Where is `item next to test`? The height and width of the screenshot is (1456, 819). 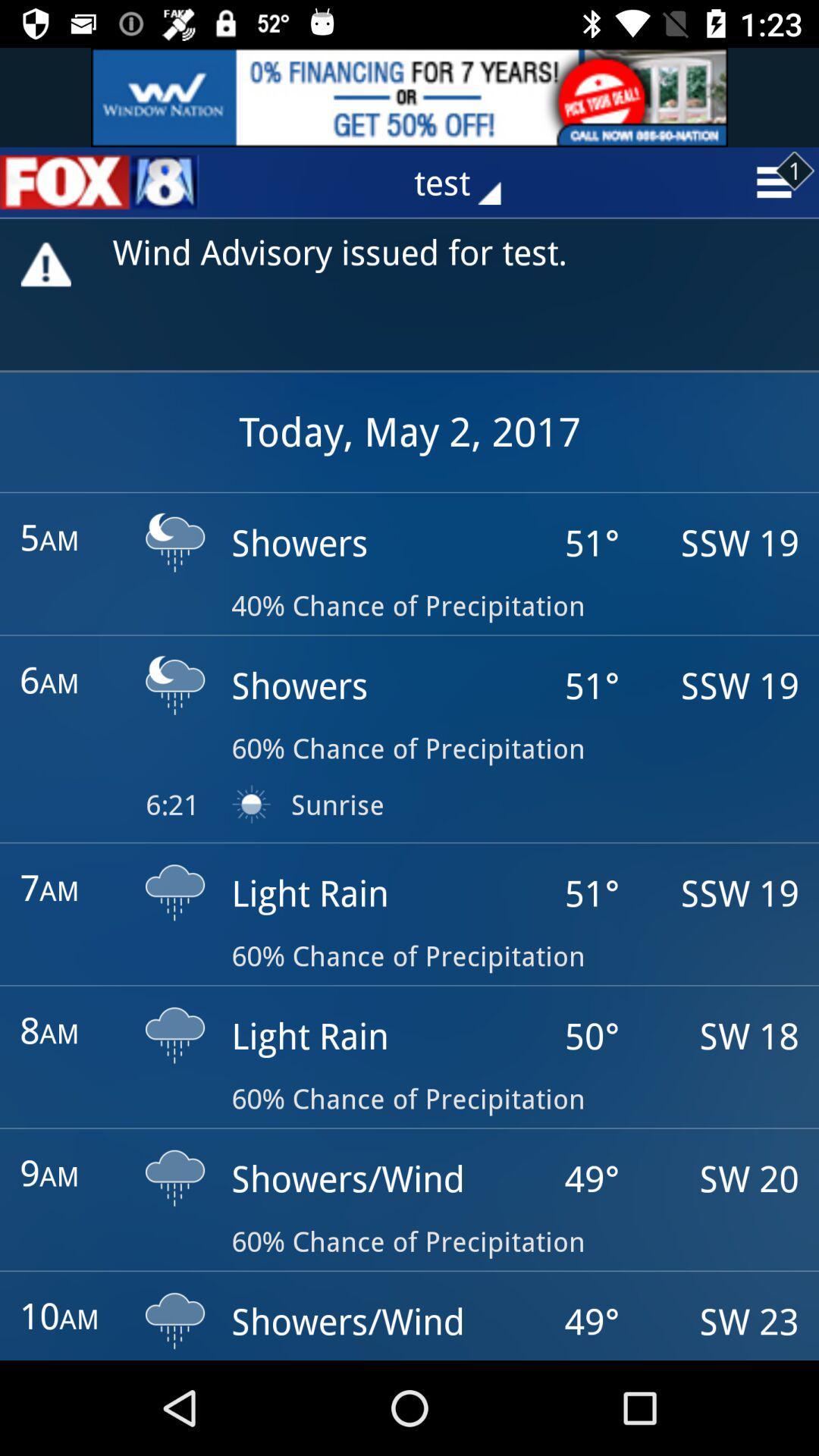
item next to test is located at coordinates (99, 182).